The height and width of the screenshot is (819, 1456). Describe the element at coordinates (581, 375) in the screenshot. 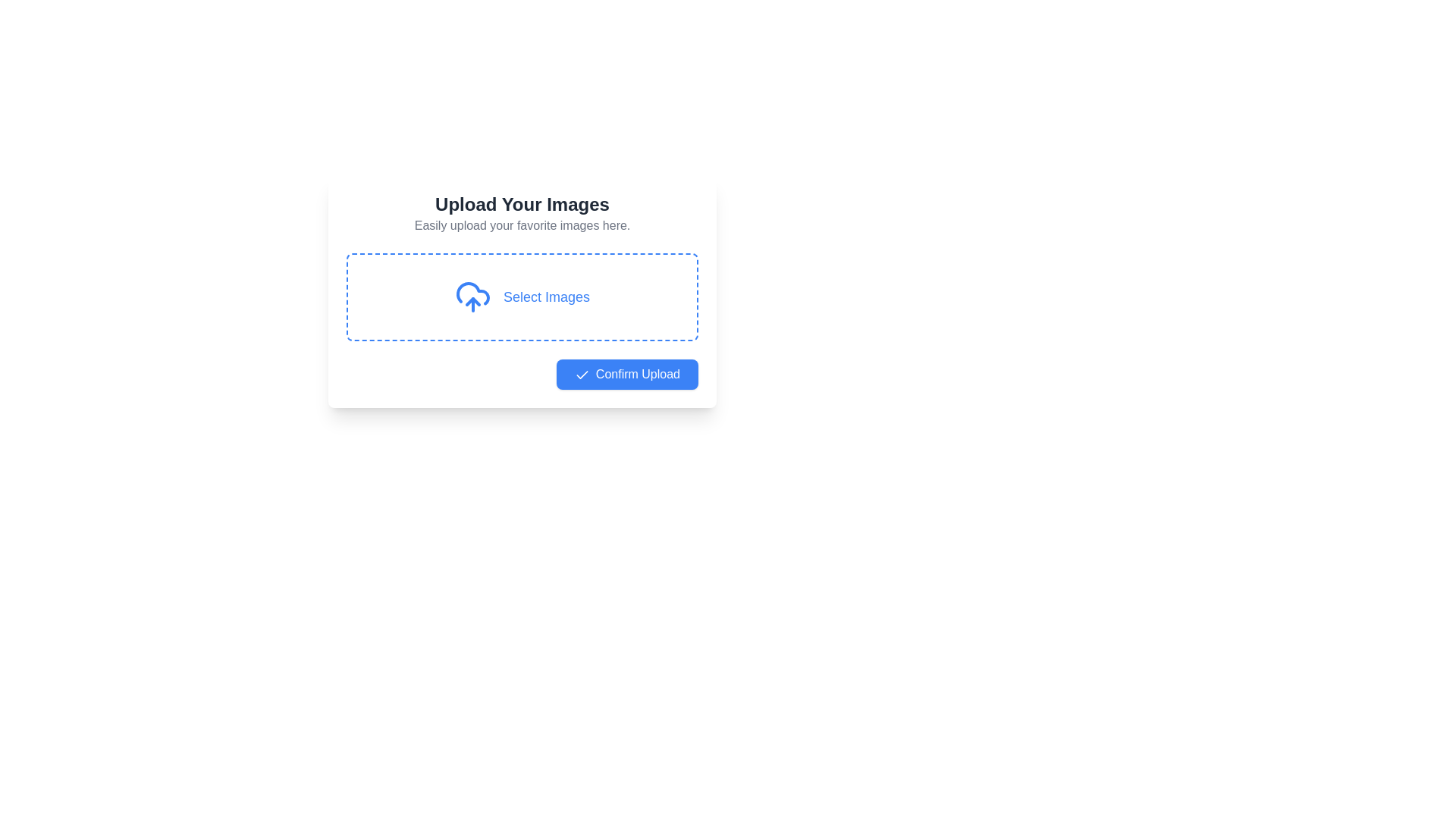

I see `the checkmark icon which visually indicates confirmation or approval for the 'Confirm Upload' button` at that location.